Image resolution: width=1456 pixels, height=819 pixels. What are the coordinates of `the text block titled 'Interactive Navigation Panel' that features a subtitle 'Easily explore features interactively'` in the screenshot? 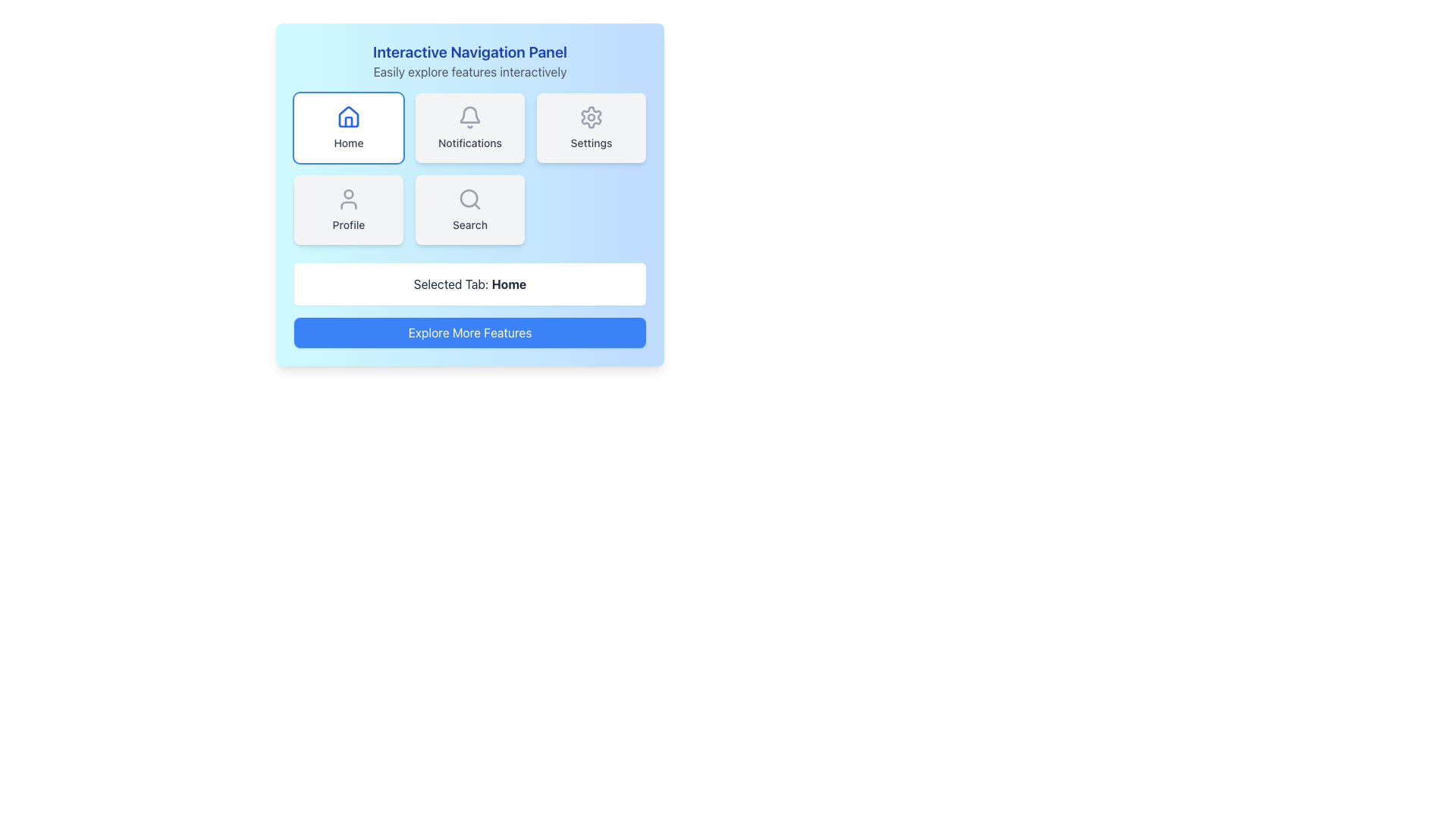 It's located at (469, 61).